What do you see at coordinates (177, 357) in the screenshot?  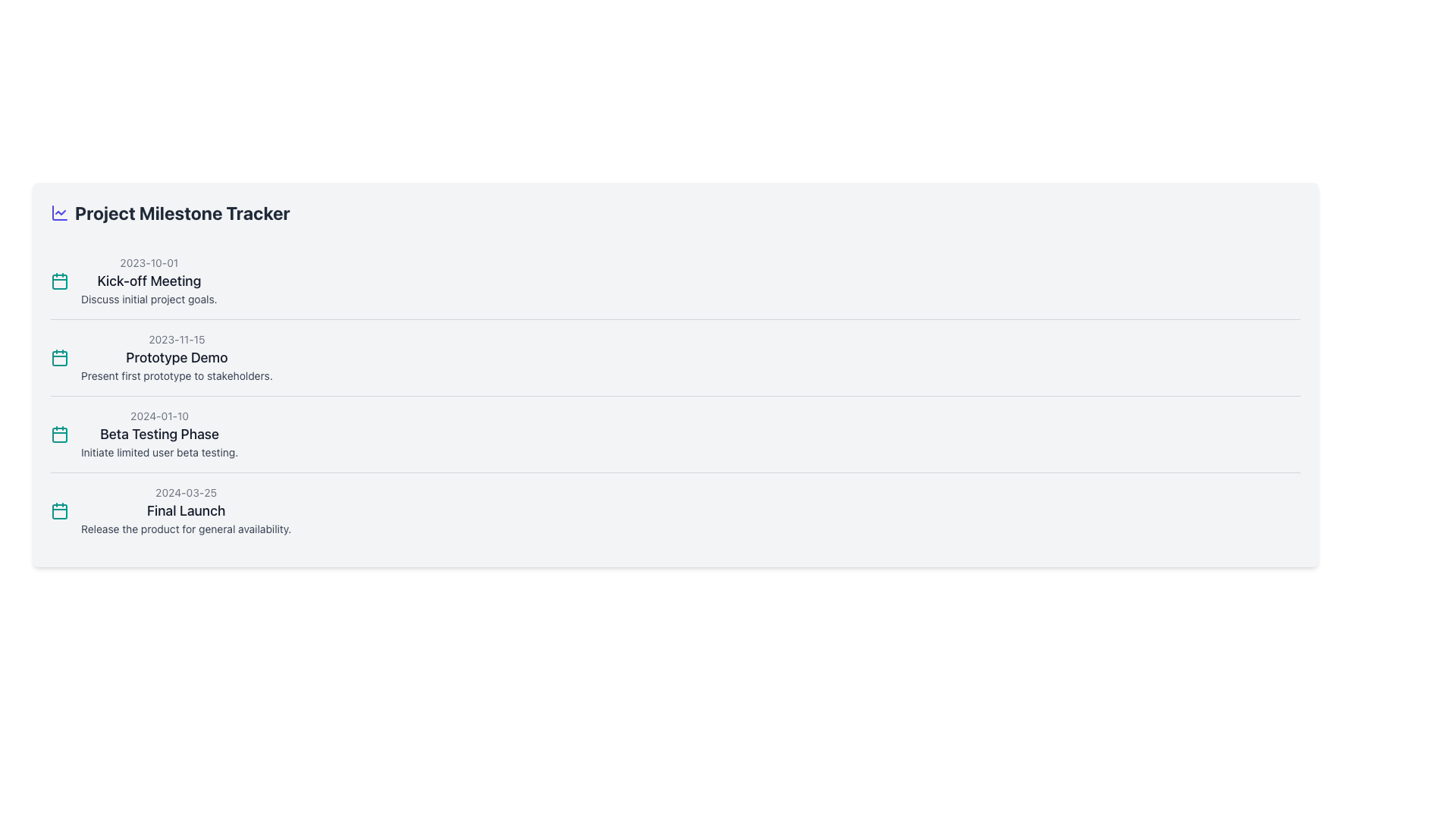 I see `the text label reading 'Prototype Demo', which is styled in a larger, bold font and positioned between '2023-11-15' and 'Present first prototype to stakeholders'` at bounding box center [177, 357].